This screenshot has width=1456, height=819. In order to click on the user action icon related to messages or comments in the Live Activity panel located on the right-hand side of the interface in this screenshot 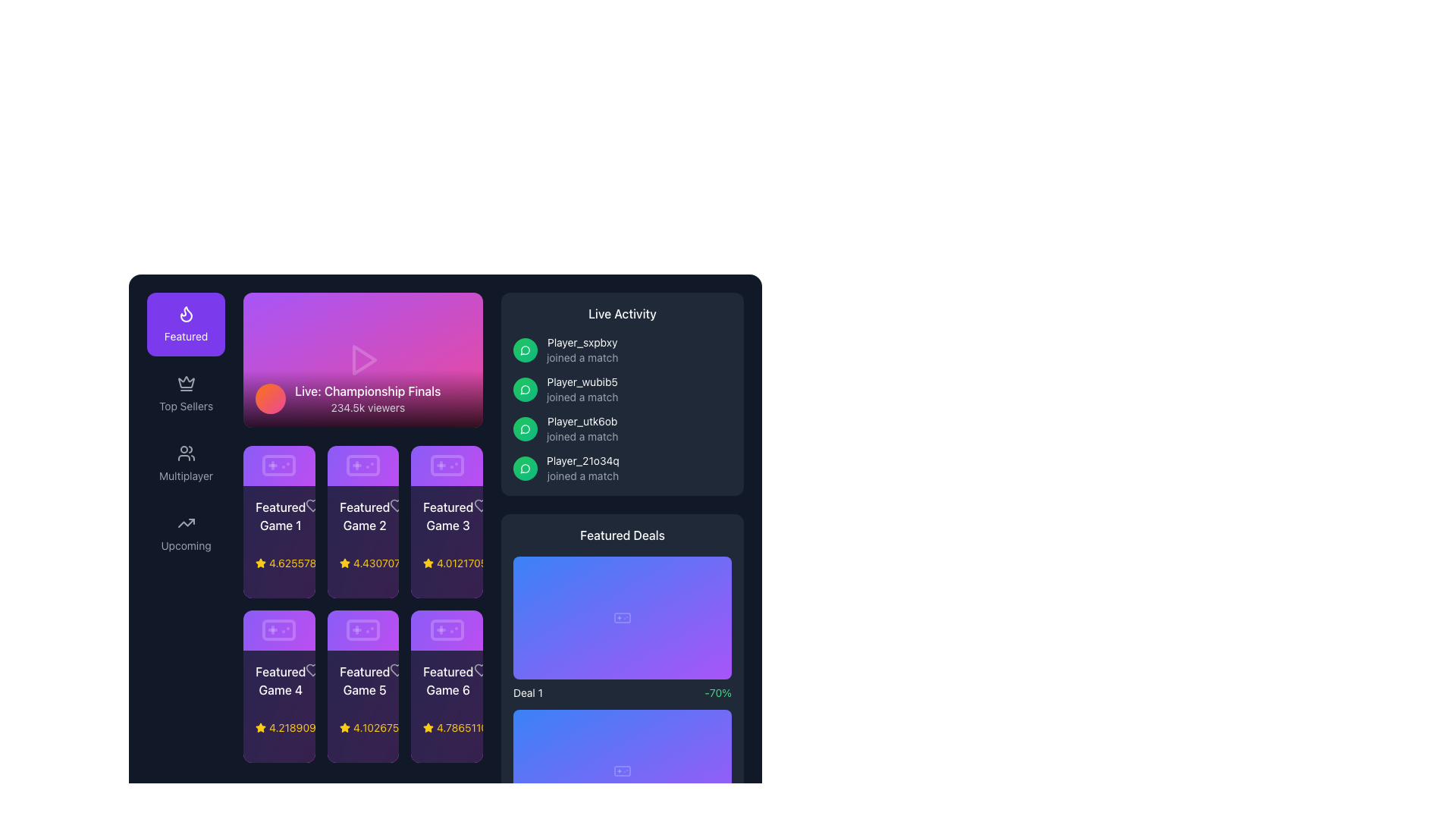, I will do `click(525, 350)`.